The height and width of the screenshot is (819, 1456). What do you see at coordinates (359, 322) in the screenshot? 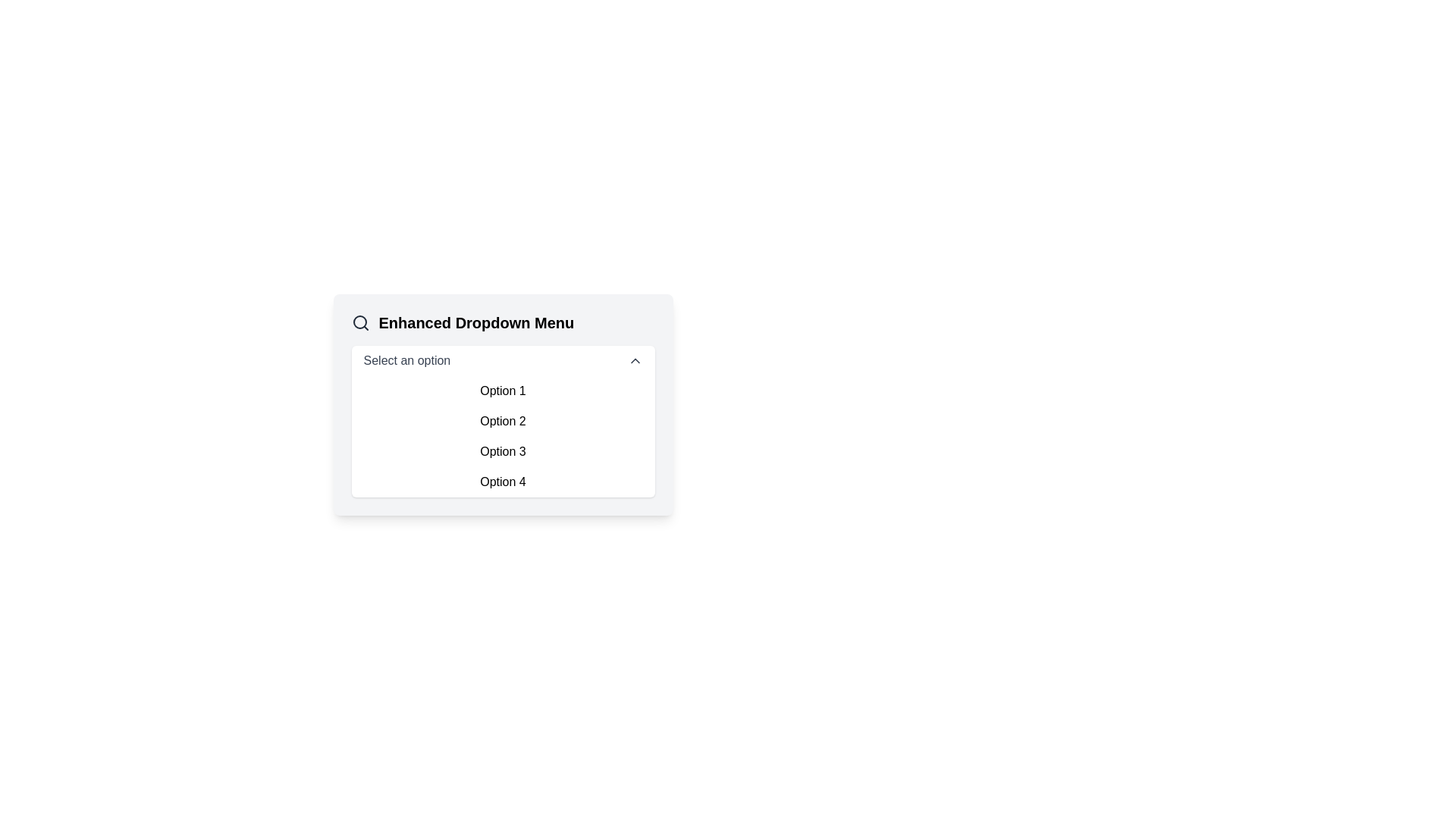
I see `the magnifying glass icon located to the left of the 'Enhanced Dropdown Menu' text in the header section` at bounding box center [359, 322].